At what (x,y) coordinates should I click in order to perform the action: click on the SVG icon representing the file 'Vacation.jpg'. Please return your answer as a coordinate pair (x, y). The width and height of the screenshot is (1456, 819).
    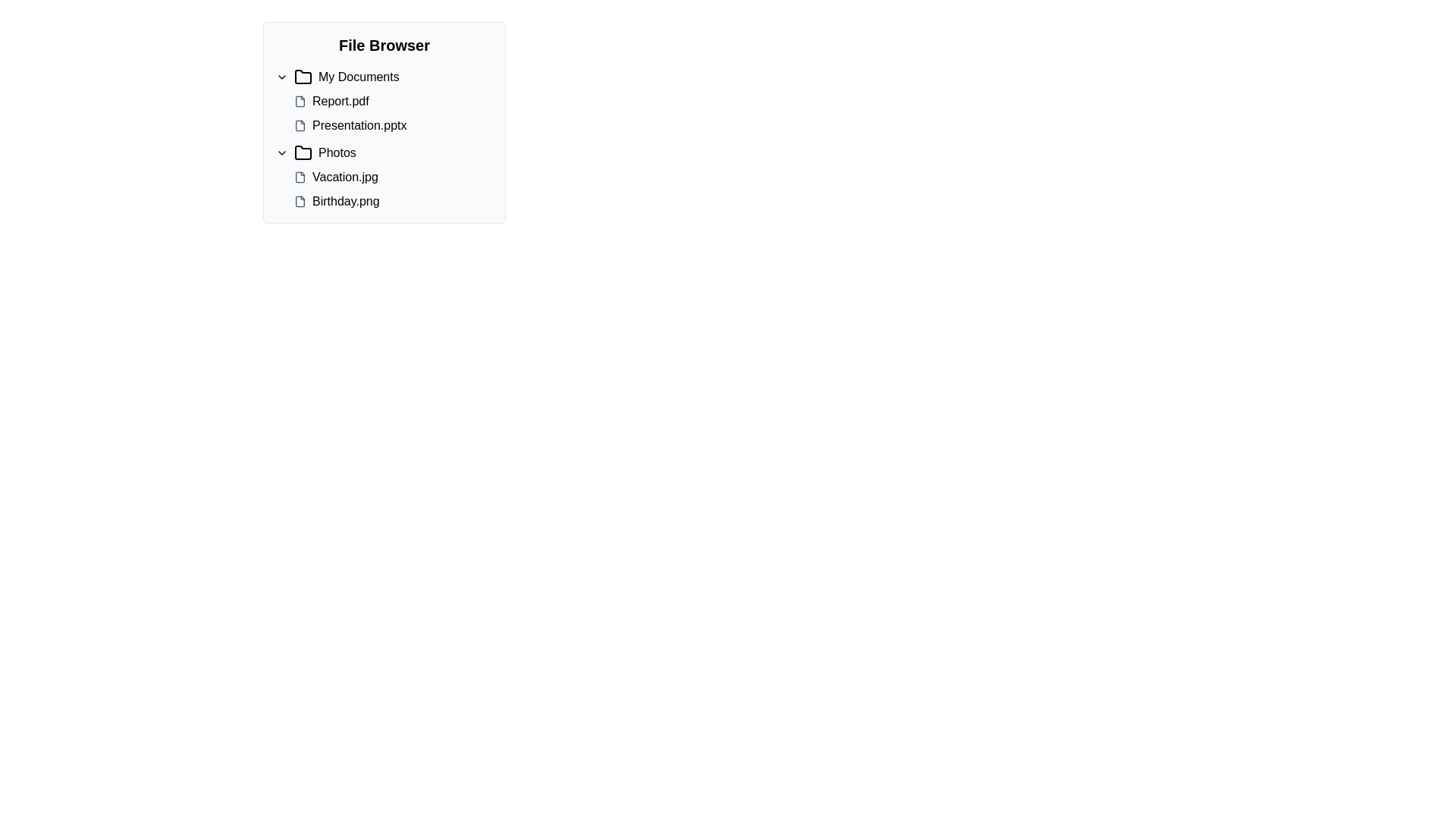
    Looking at the image, I should click on (300, 177).